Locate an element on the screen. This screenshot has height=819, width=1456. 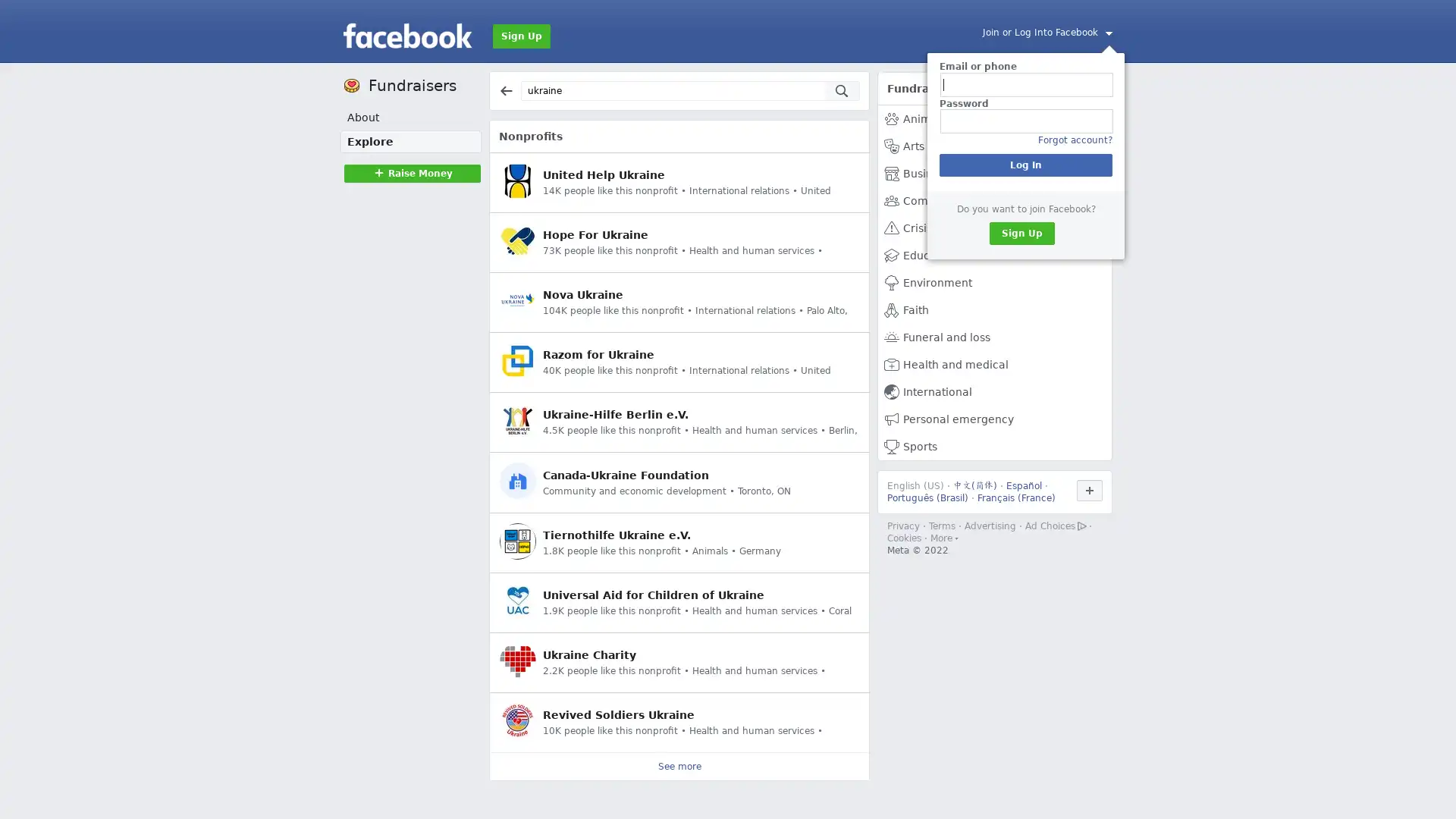
Raise MoneyRaise Money is located at coordinates (412, 171).